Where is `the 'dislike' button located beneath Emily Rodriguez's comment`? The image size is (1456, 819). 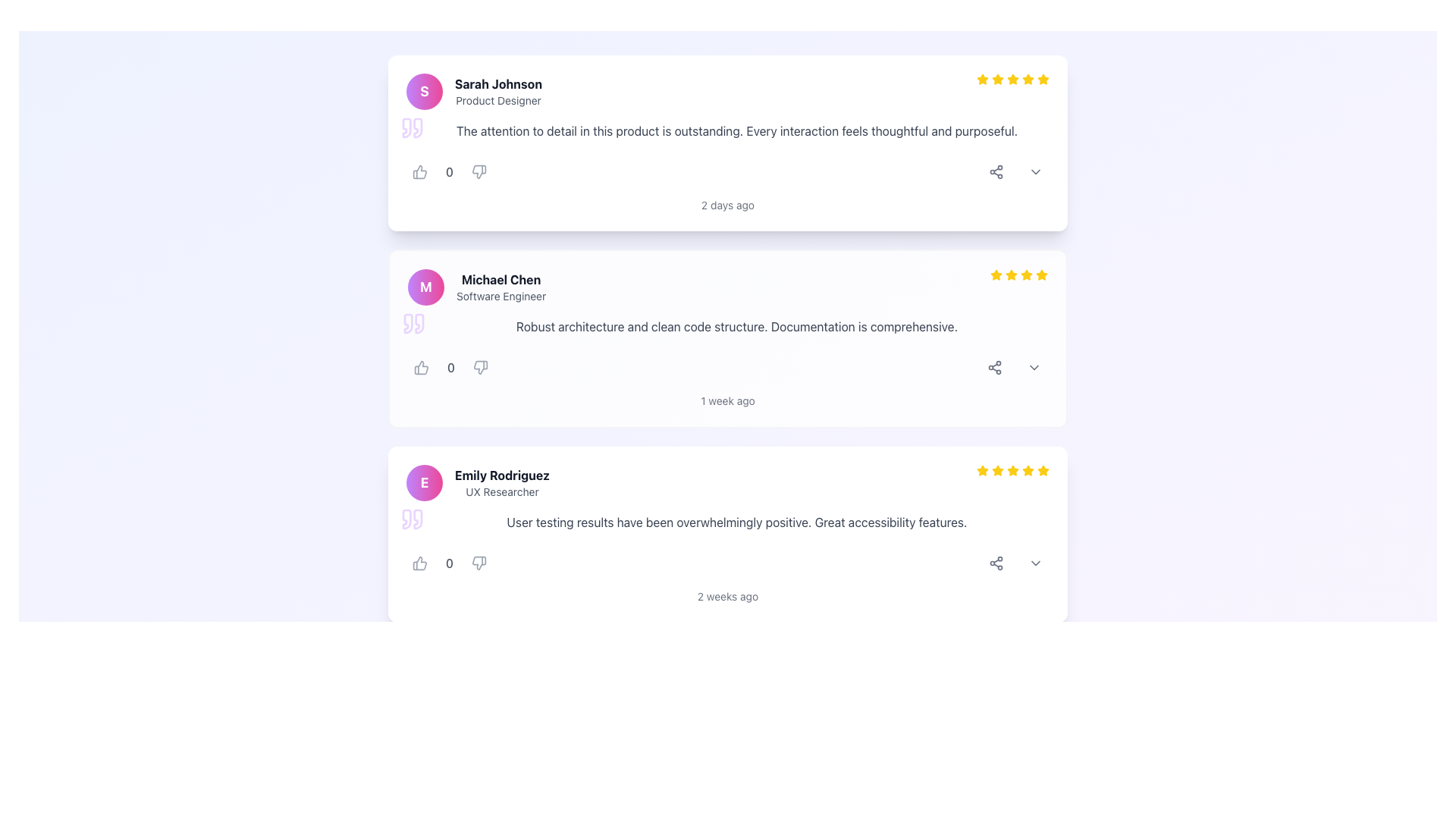 the 'dislike' button located beneath Emily Rodriguez's comment is located at coordinates (479, 563).